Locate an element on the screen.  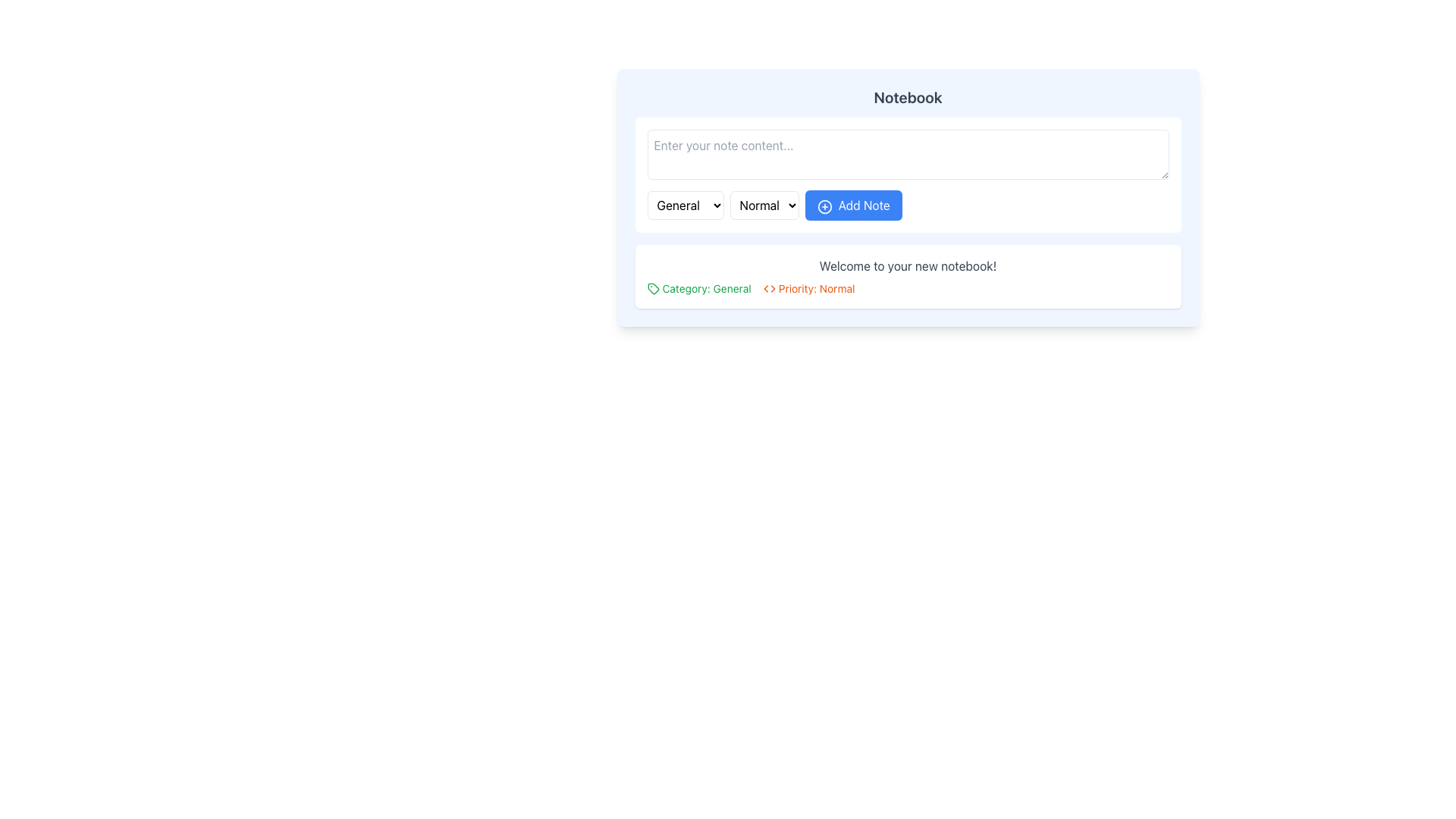
the Text Display with Metadata that provides context about the notebook's category and priority level, positioned centrally below the 'Notebook' header is located at coordinates (908, 277).